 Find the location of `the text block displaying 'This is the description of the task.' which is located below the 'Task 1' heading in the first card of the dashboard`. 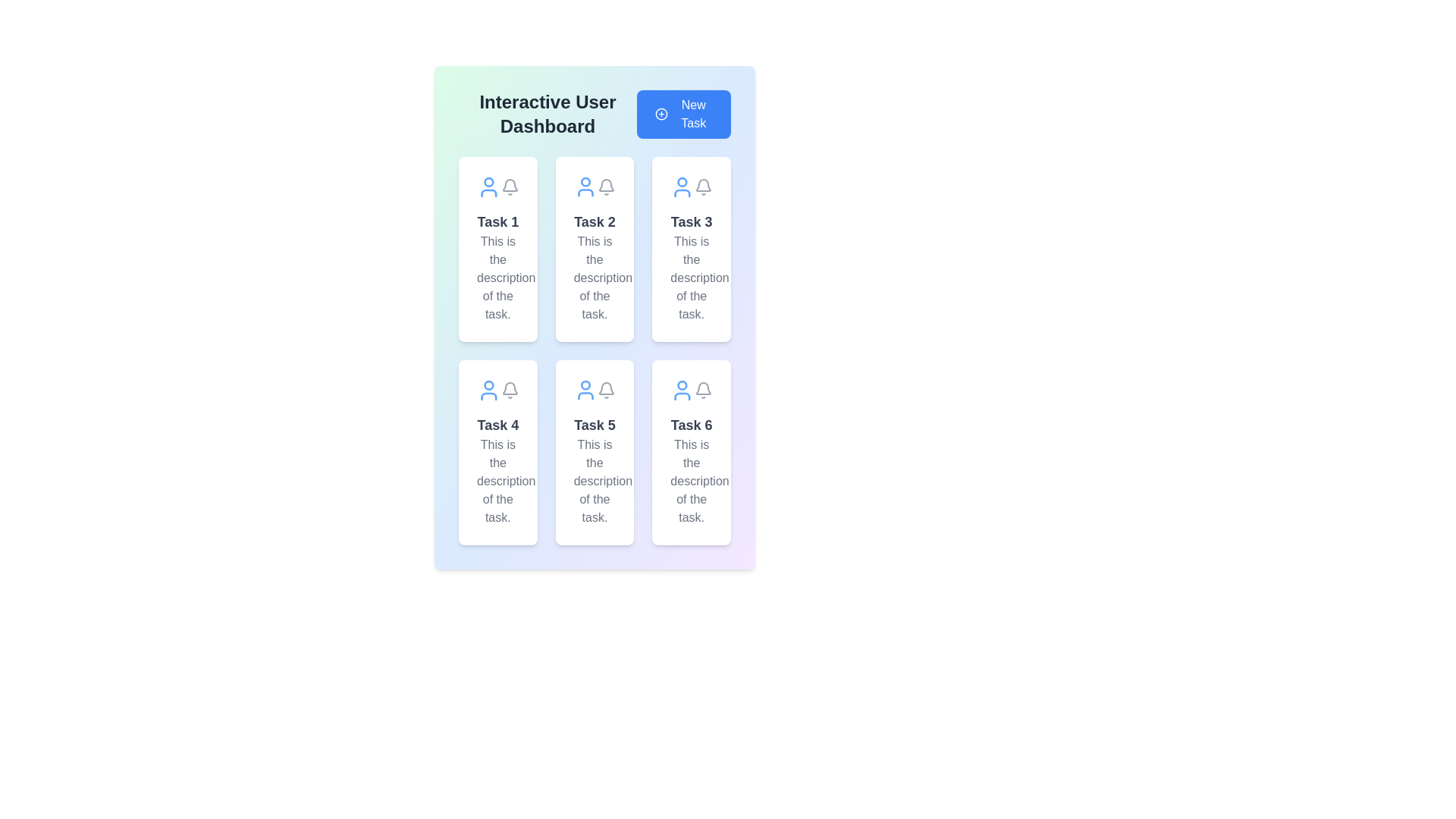

the text block displaying 'This is the description of the task.' which is located below the 'Task 1' heading in the first card of the dashboard is located at coordinates (497, 278).